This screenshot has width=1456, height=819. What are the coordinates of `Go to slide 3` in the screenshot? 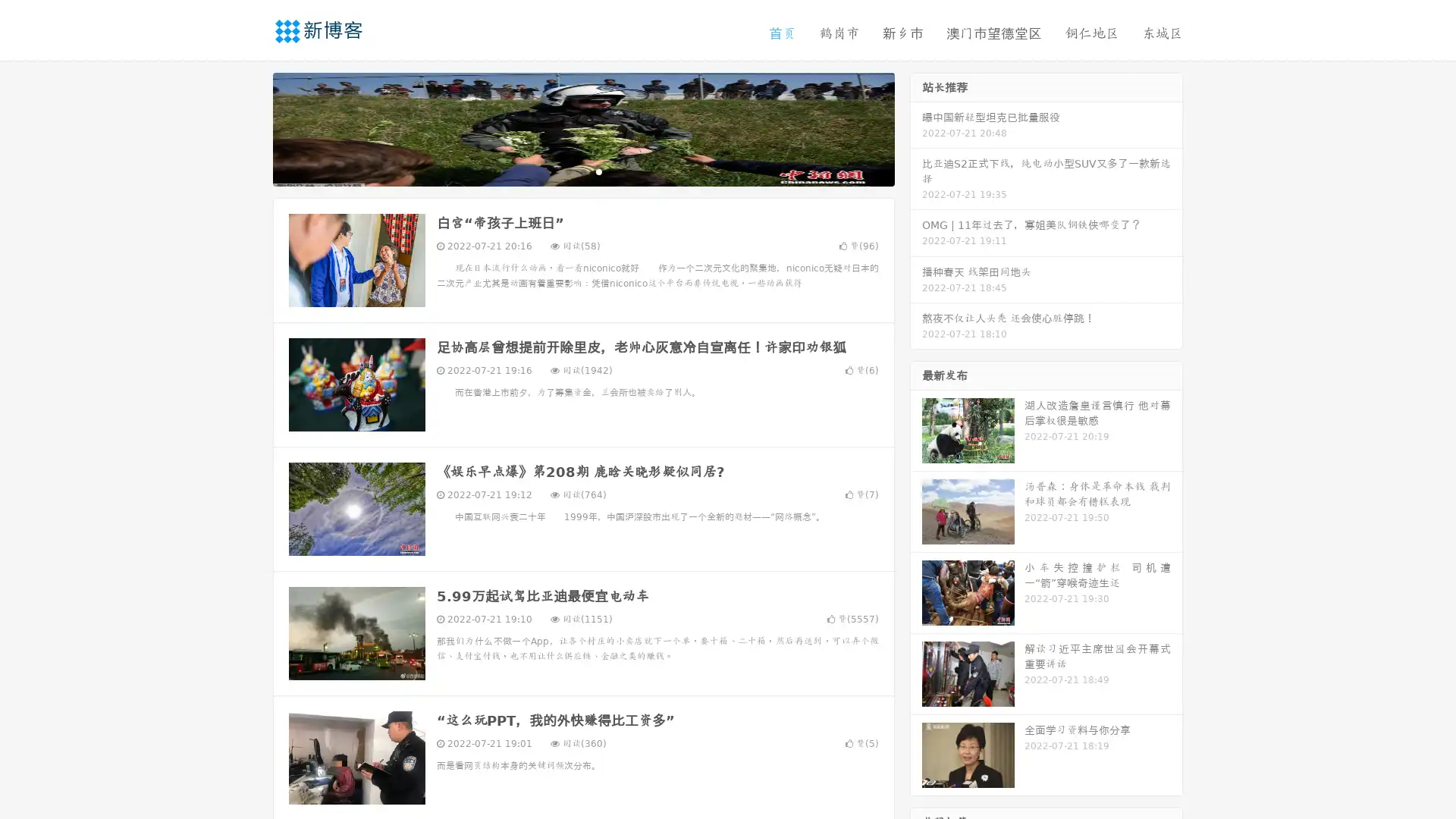 It's located at (598, 171).